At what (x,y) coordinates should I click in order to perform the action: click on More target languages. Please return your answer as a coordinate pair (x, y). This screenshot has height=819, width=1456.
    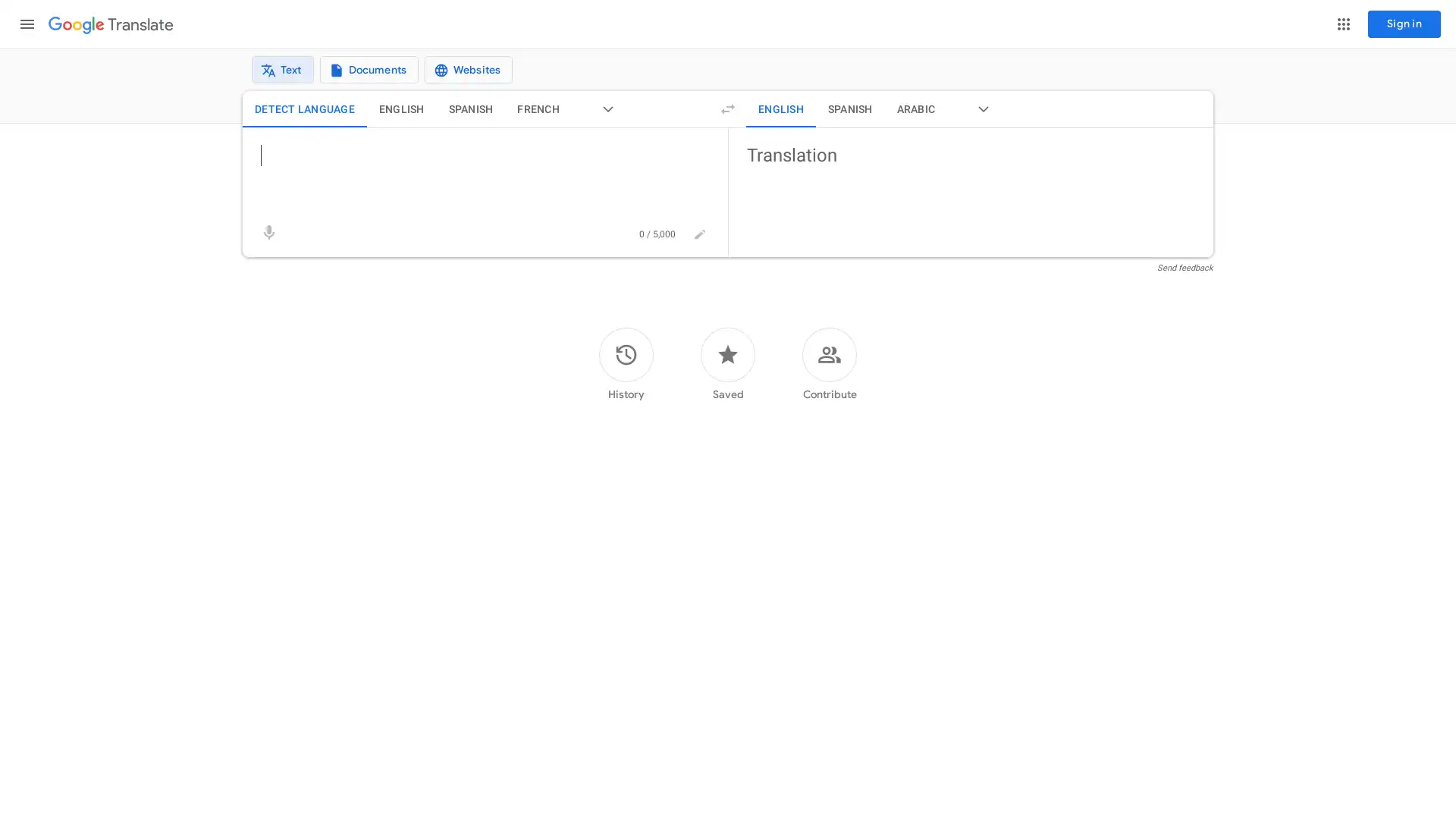
    Looking at the image, I should click on (983, 117).